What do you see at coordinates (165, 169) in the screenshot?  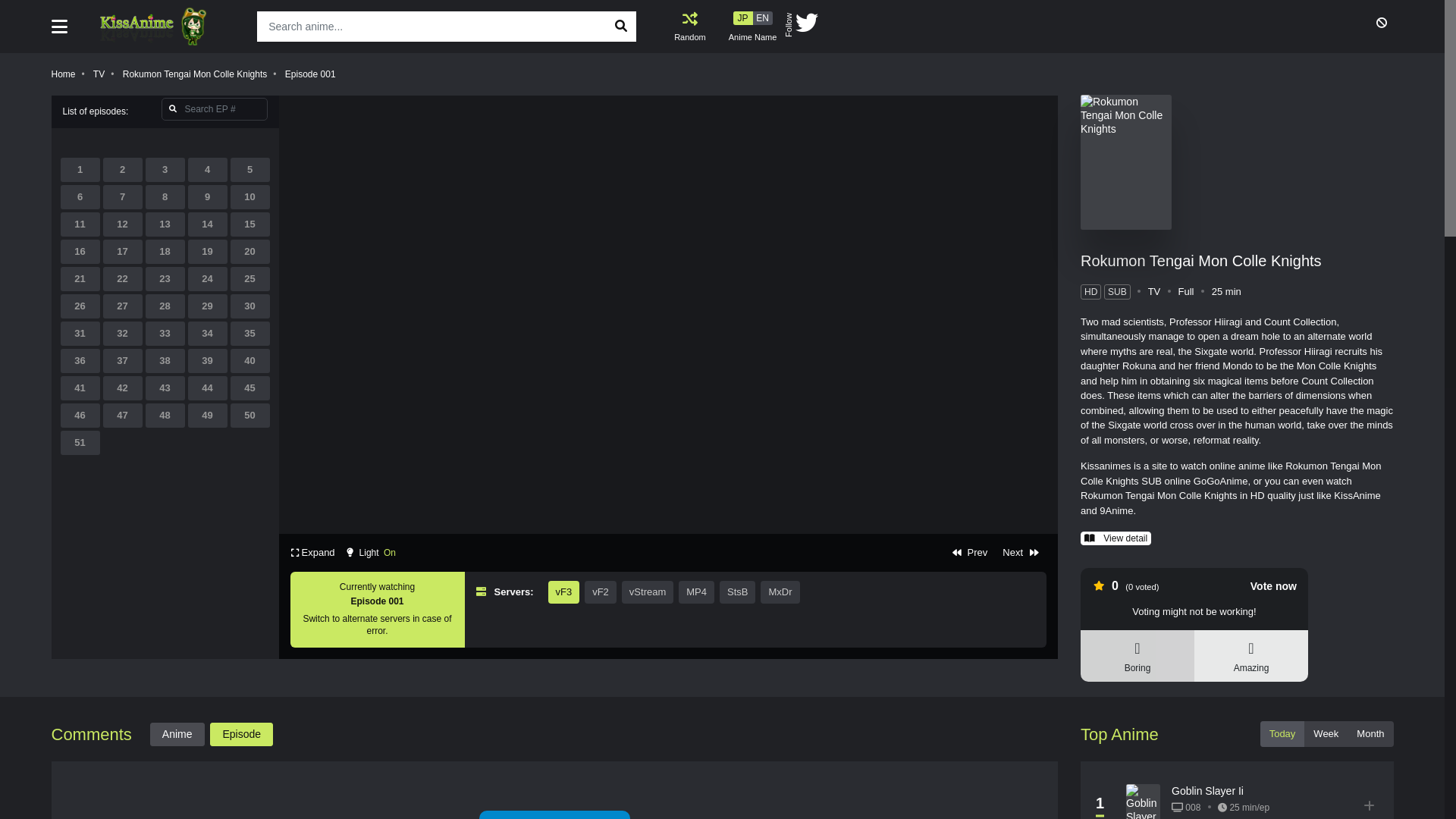 I see `'3'` at bounding box center [165, 169].